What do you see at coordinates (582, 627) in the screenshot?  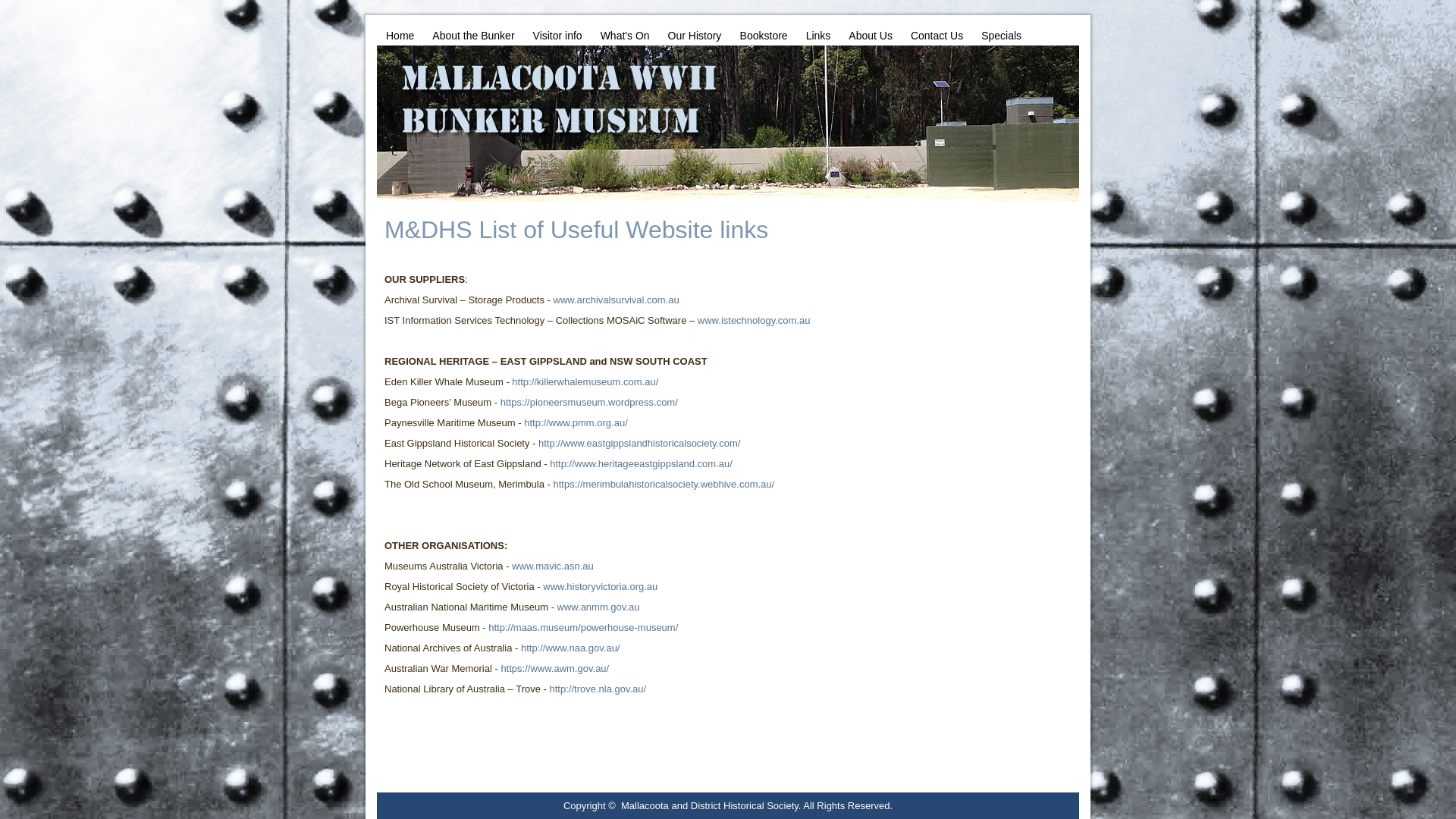 I see `'http://maas.museum/powerhouse-museum/'` at bounding box center [582, 627].